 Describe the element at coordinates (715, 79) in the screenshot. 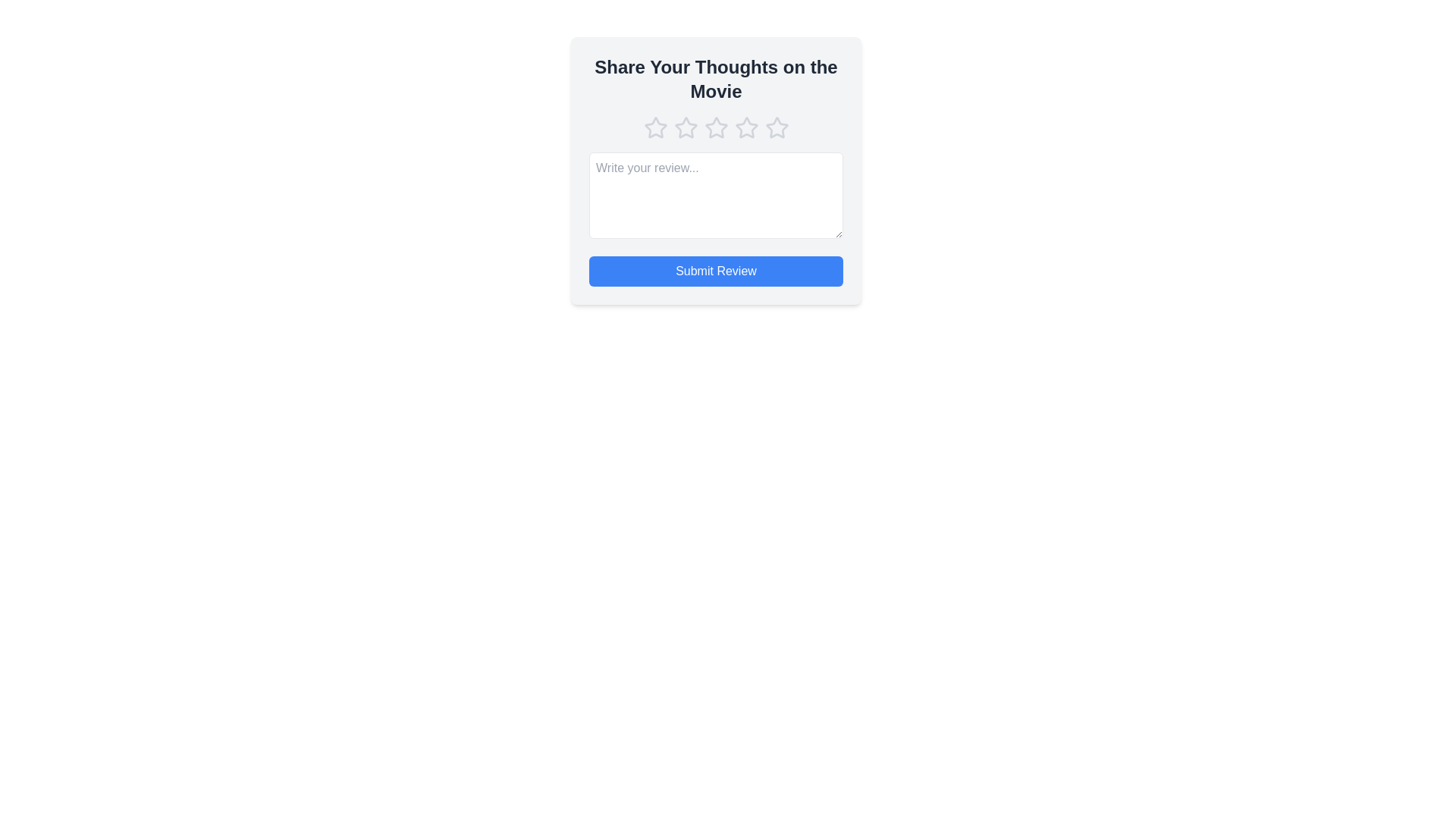

I see `the static text heading labeled 'Share Your Thoughts on the Movie', which is styled with a large, bold font and is center-aligned at the top of the review form` at that location.